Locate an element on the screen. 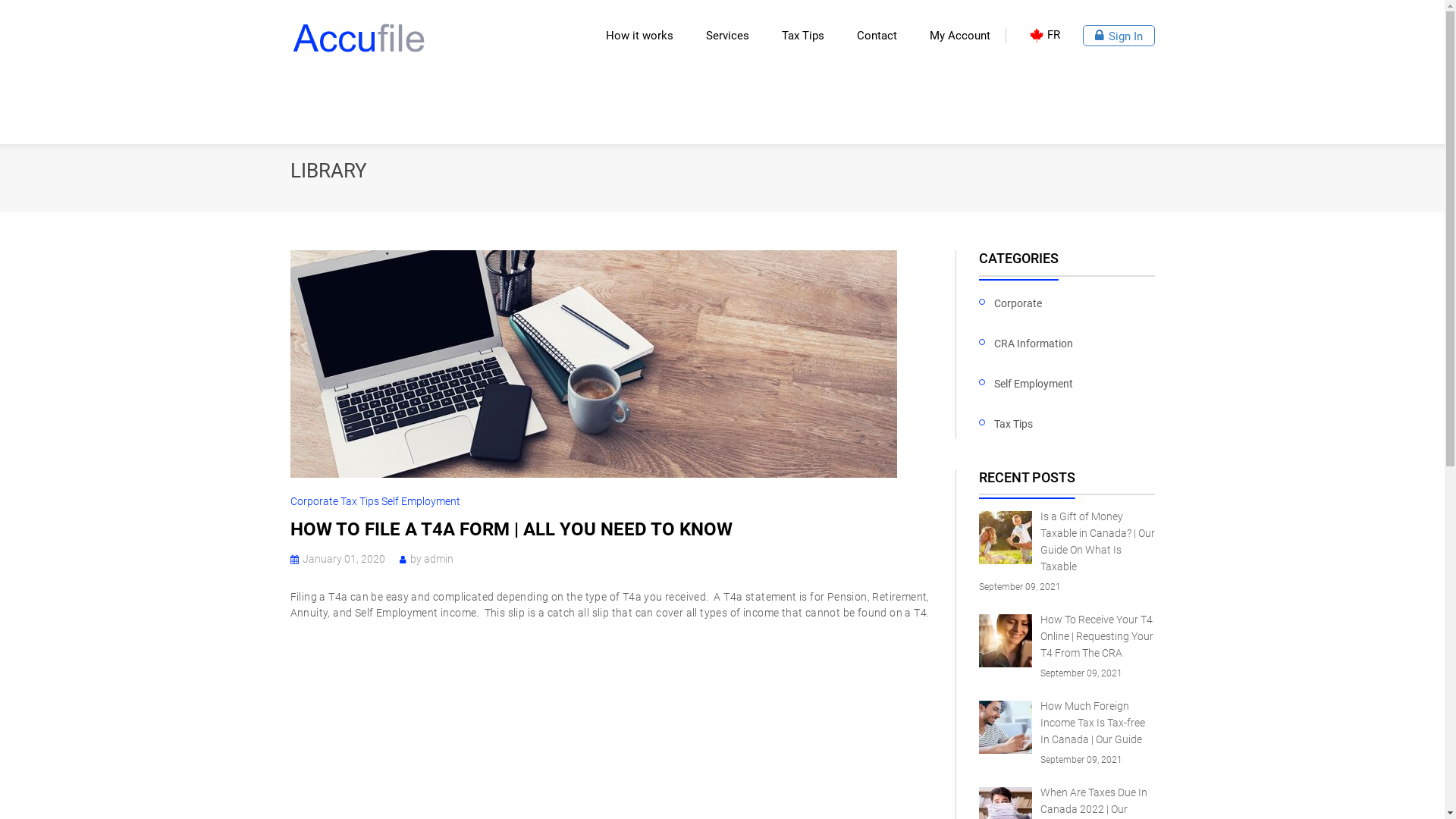 Image resolution: width=1456 pixels, height=819 pixels. 'Contact' is located at coordinates (856, 34).